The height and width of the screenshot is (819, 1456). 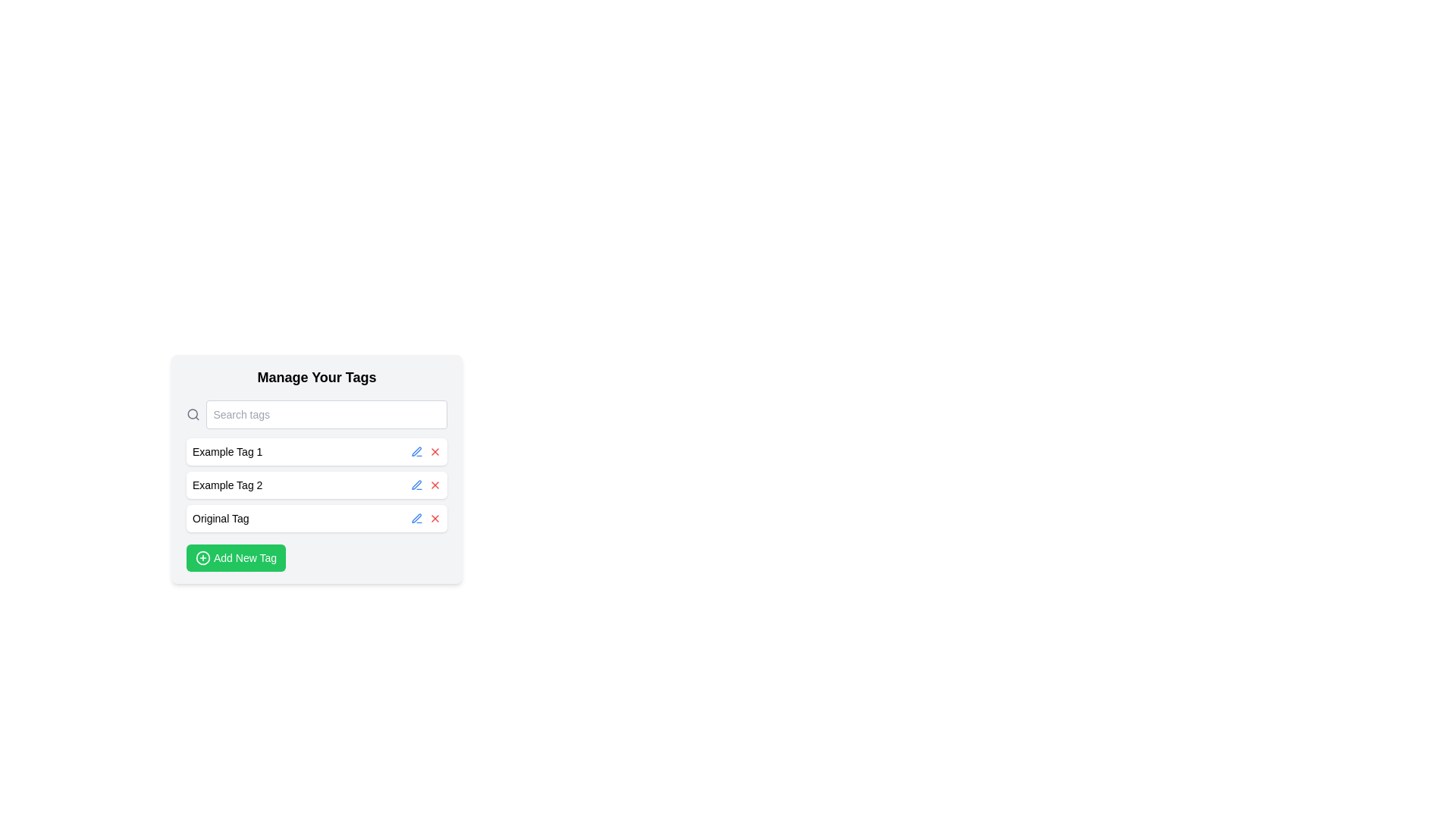 What do you see at coordinates (192, 414) in the screenshot?
I see `the circular lens component of the magnifying glass icon located at the center-left of the icon, which is situated in the header's left side before the 'Search tags' input field` at bounding box center [192, 414].